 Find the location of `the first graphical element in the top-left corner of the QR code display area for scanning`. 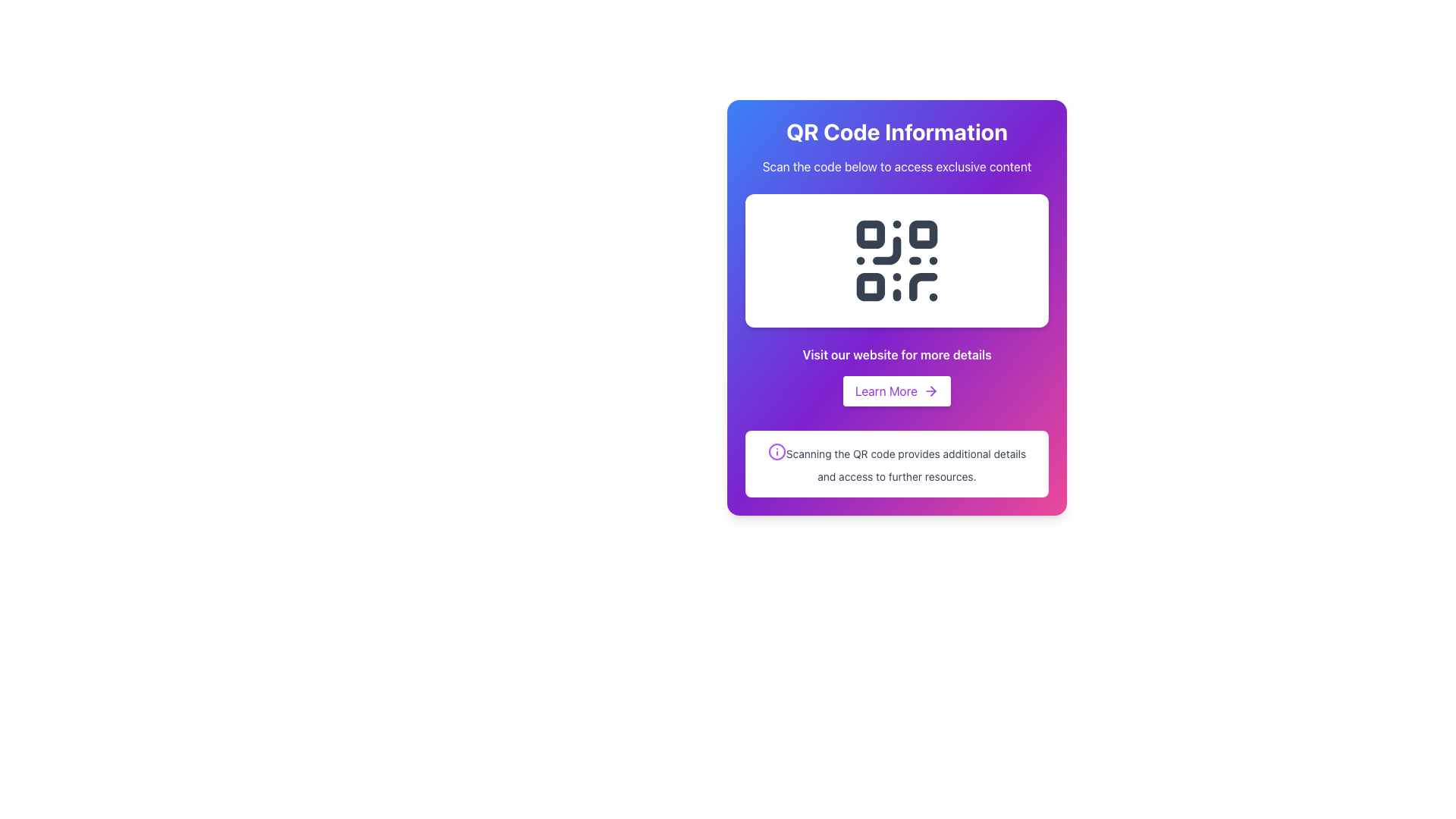

the first graphical element in the top-left corner of the QR code display area for scanning is located at coordinates (870, 234).